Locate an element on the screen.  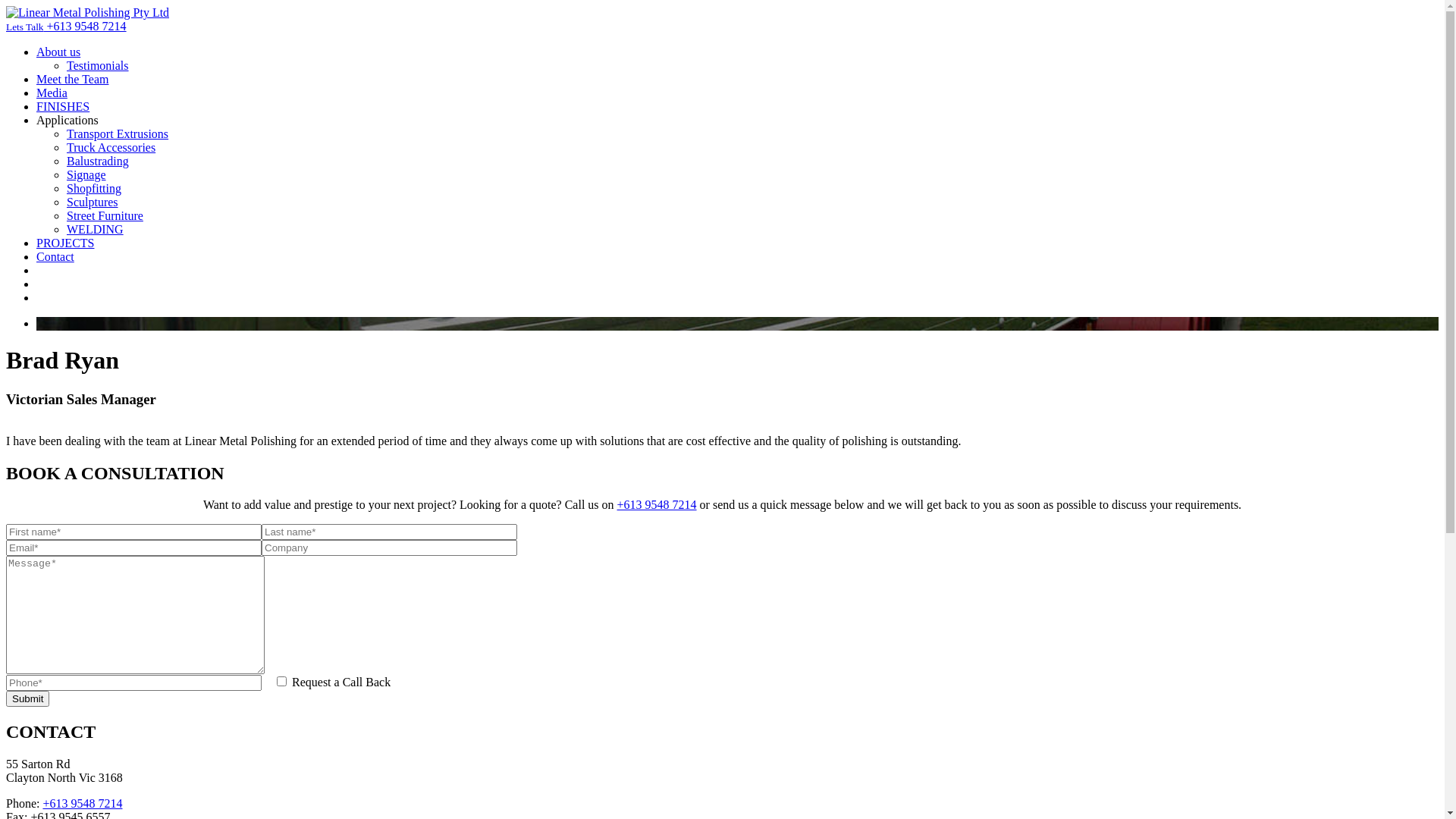
'Balustrading' is located at coordinates (97, 161).